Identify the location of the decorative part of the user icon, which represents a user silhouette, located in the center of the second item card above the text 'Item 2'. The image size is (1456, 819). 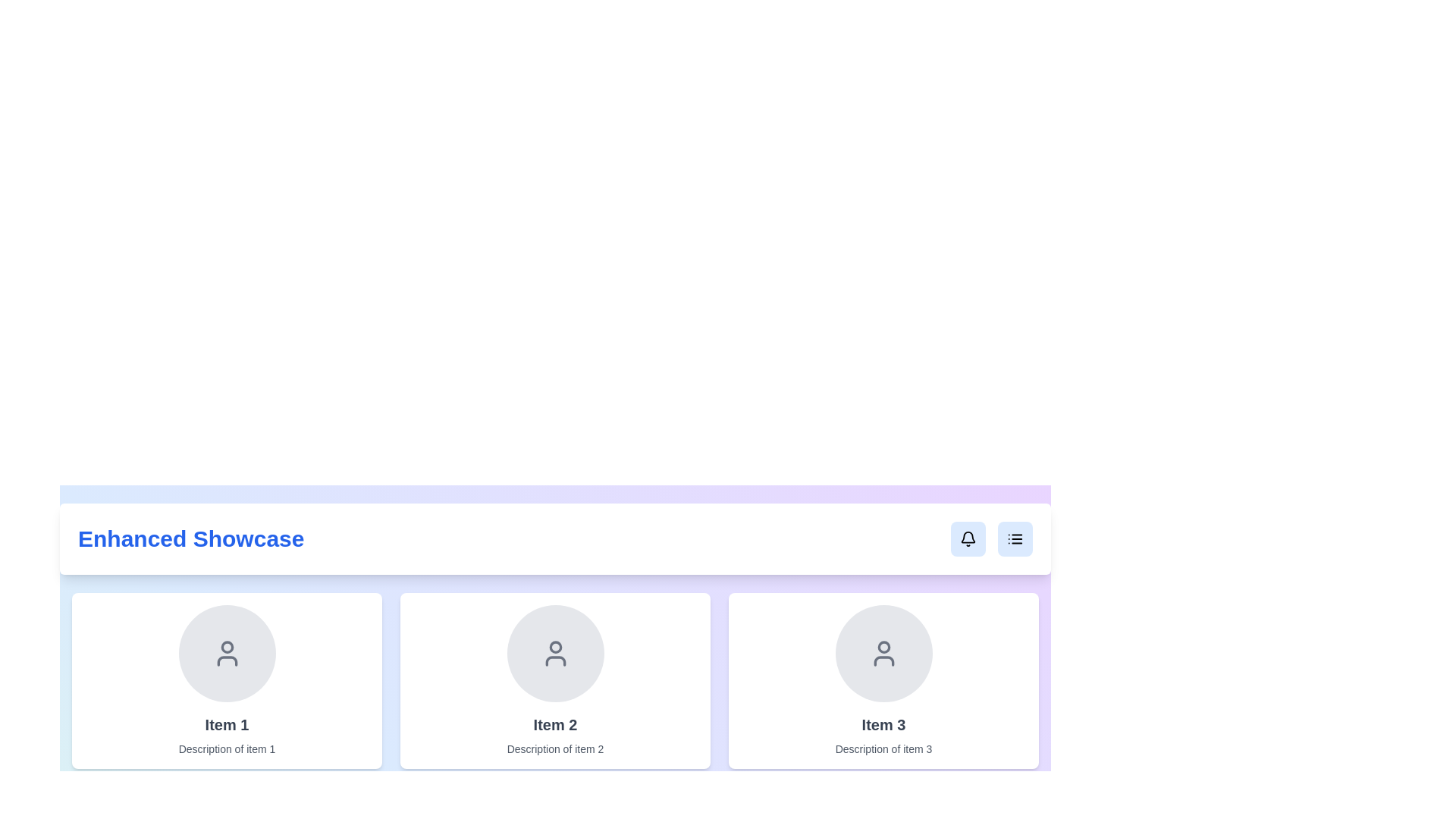
(554, 660).